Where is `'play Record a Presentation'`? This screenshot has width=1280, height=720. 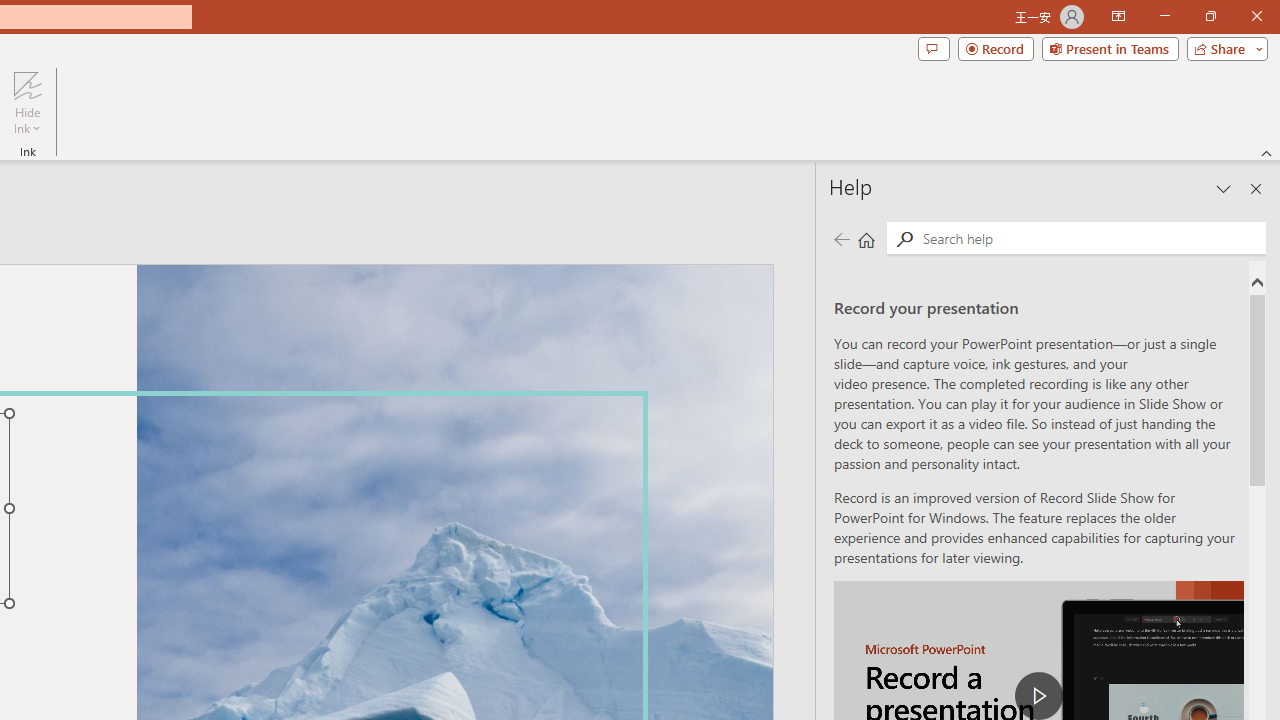
'play Record a Presentation' is located at coordinates (1038, 694).